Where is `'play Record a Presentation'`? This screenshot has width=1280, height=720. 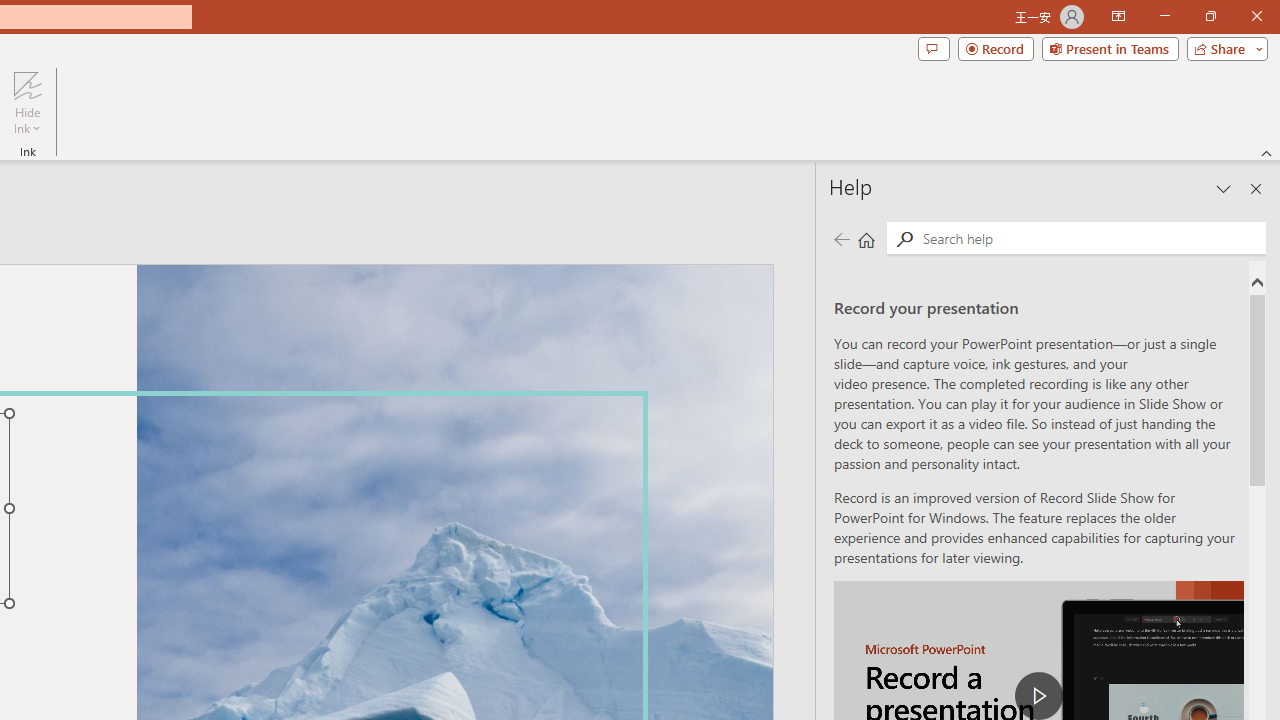
'play Record a Presentation' is located at coordinates (1038, 694).